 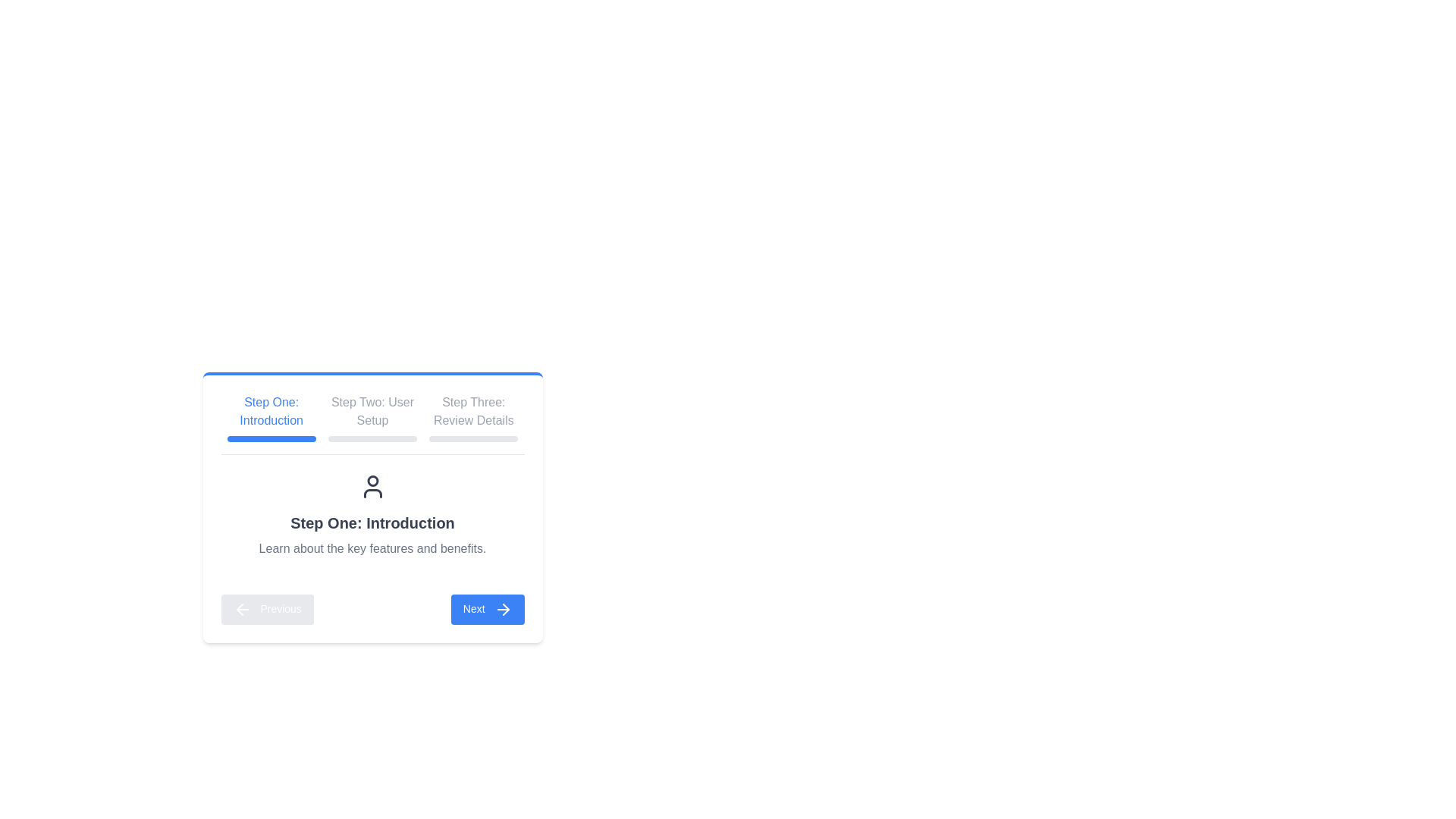 I want to click on the progress bar located directly below the text 'Step Two: User Setup', which is a rectangular bar with rounded edges and a light gray color, so click(x=372, y=438).